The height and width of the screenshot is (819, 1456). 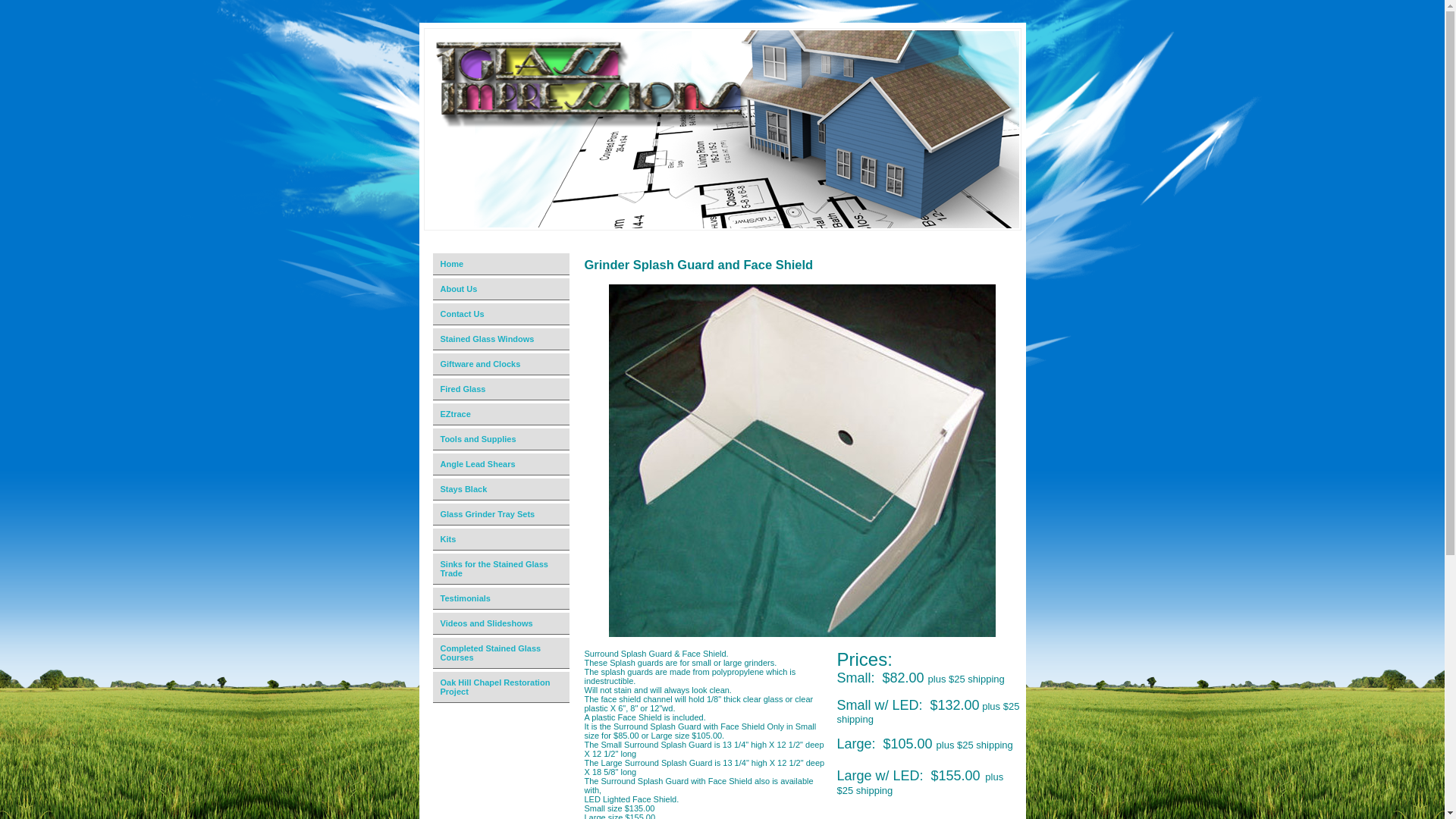 I want to click on 'Completed Stained Glass Courses', so click(x=502, y=652).